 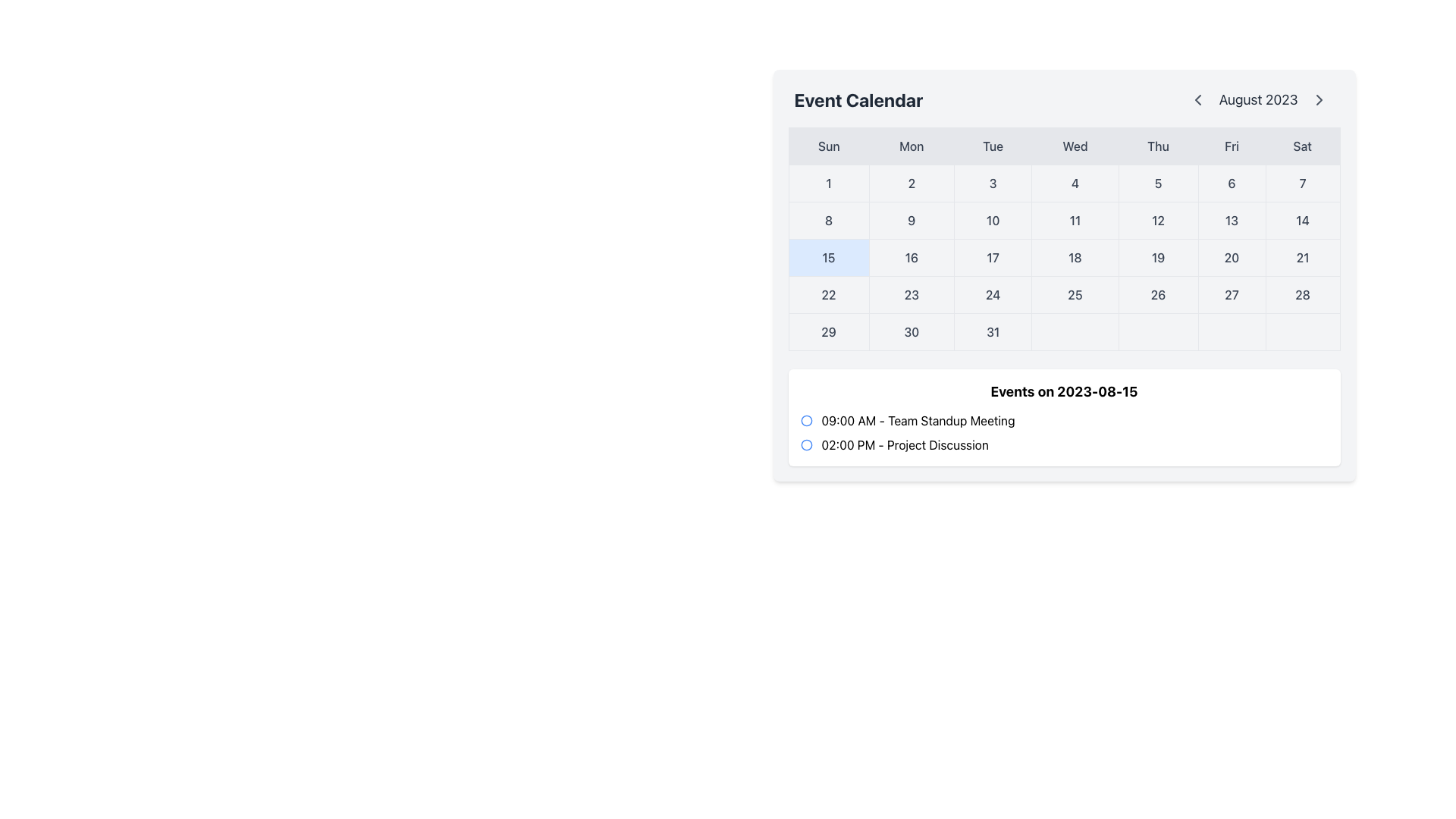 What do you see at coordinates (805, 421) in the screenshot?
I see `the blue stroke circle-shaped icon located to the left of the '09:00 AM - Team Standup Meeting' text in the event list section of the calendar interface` at bounding box center [805, 421].